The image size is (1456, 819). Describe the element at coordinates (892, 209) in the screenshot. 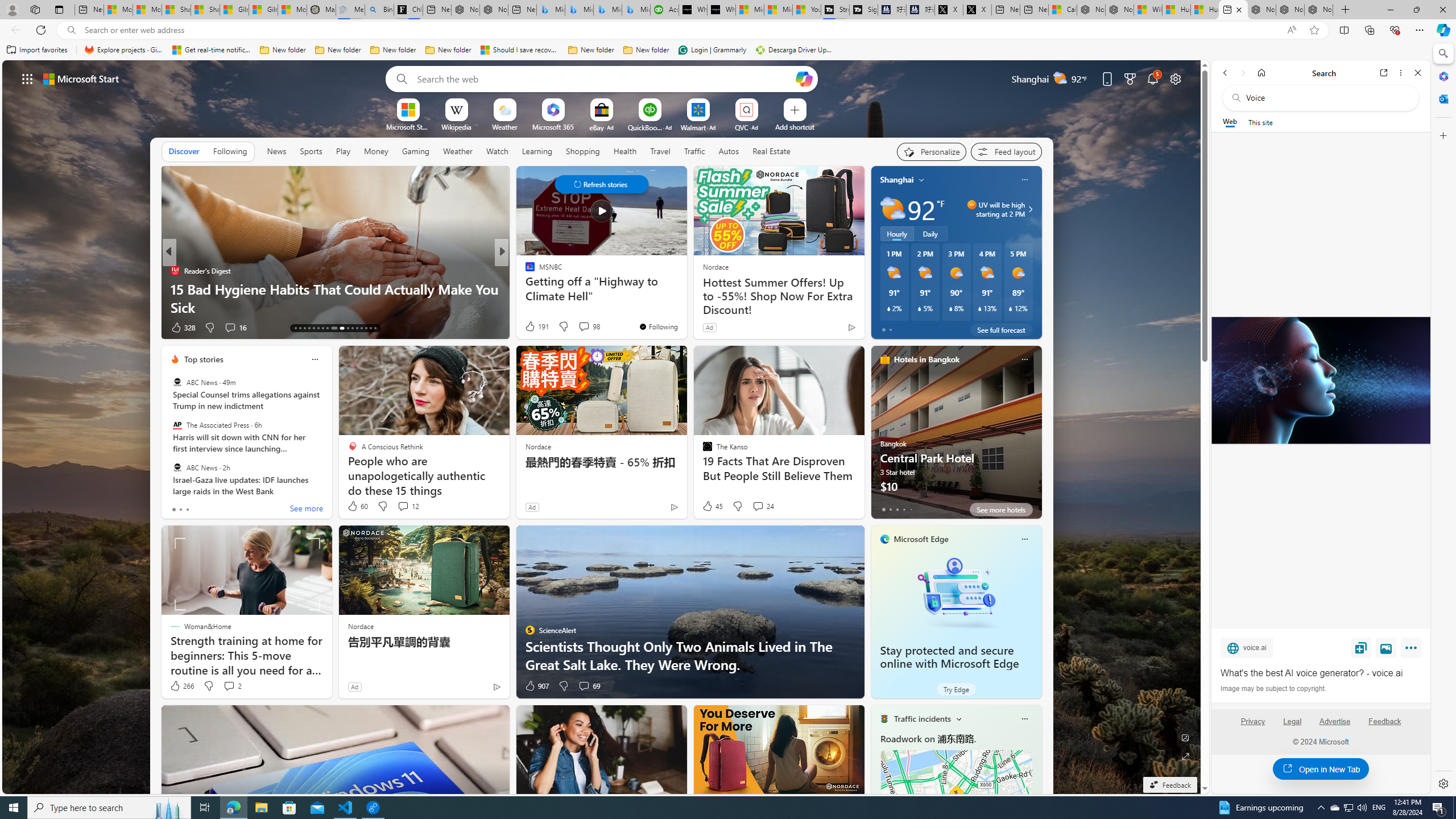

I see `'Partly sunny'` at that location.